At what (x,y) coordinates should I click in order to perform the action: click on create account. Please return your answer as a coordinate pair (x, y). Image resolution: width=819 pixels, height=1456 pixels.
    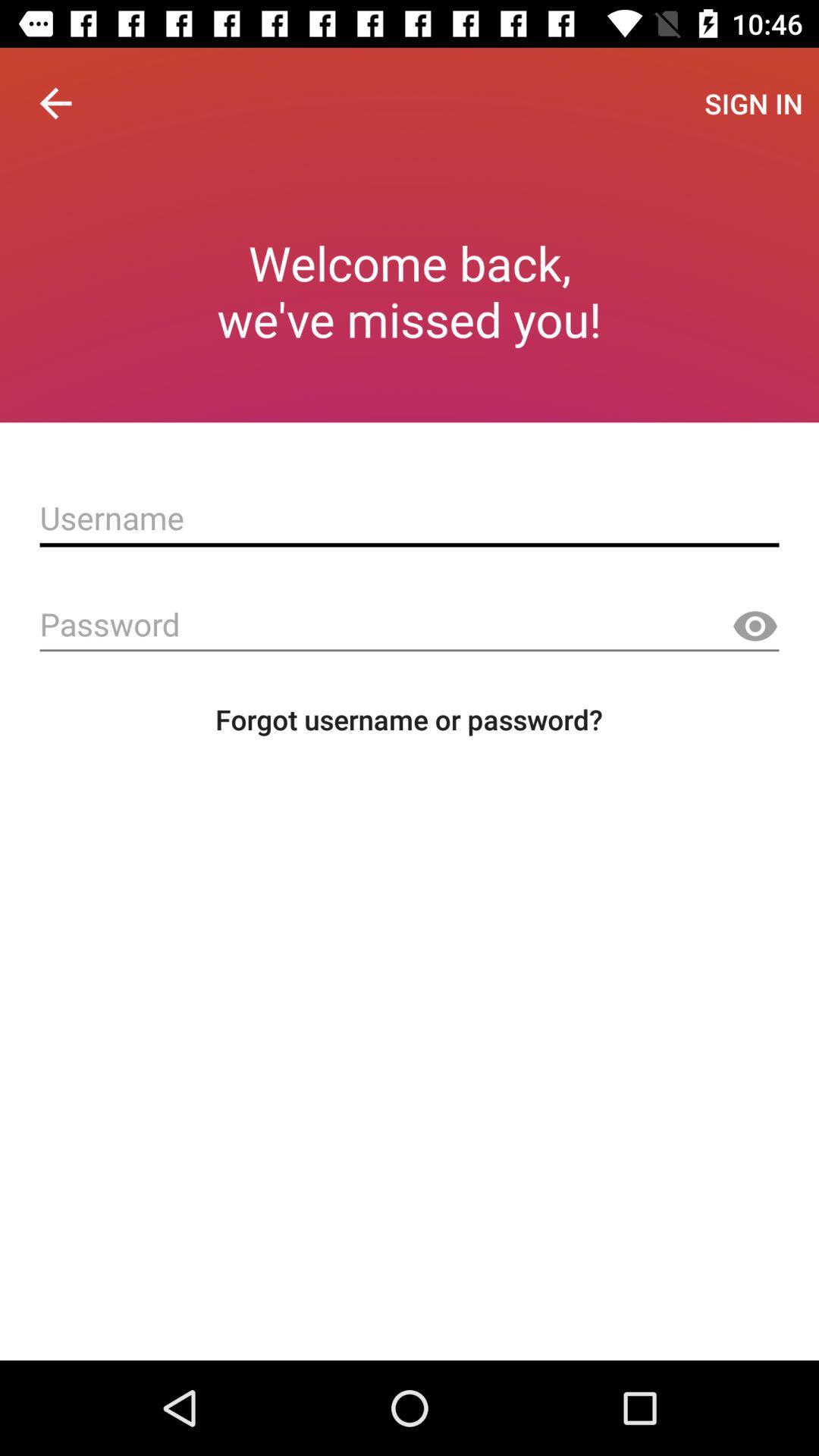
    Looking at the image, I should click on (409, 518).